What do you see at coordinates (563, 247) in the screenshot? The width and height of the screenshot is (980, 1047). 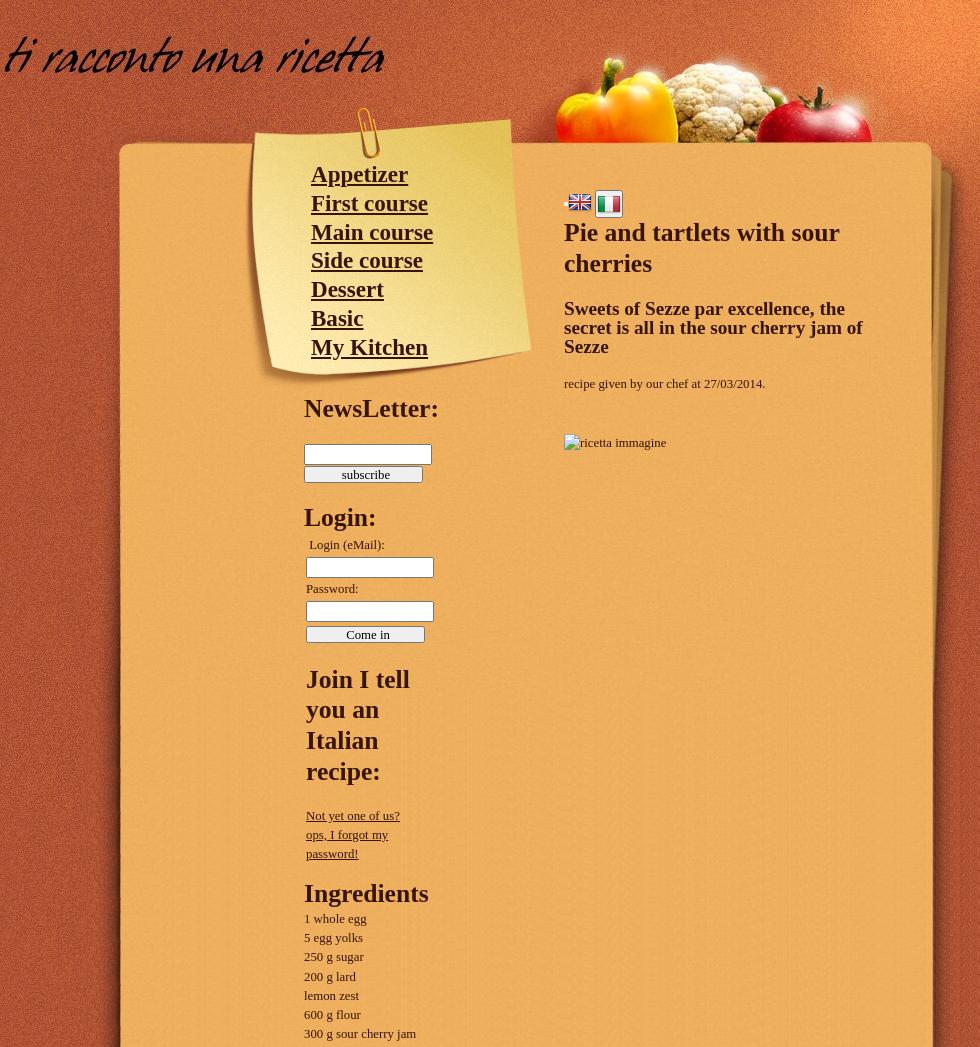 I see `'Pie and tartlets with sour cherries'` at bounding box center [563, 247].